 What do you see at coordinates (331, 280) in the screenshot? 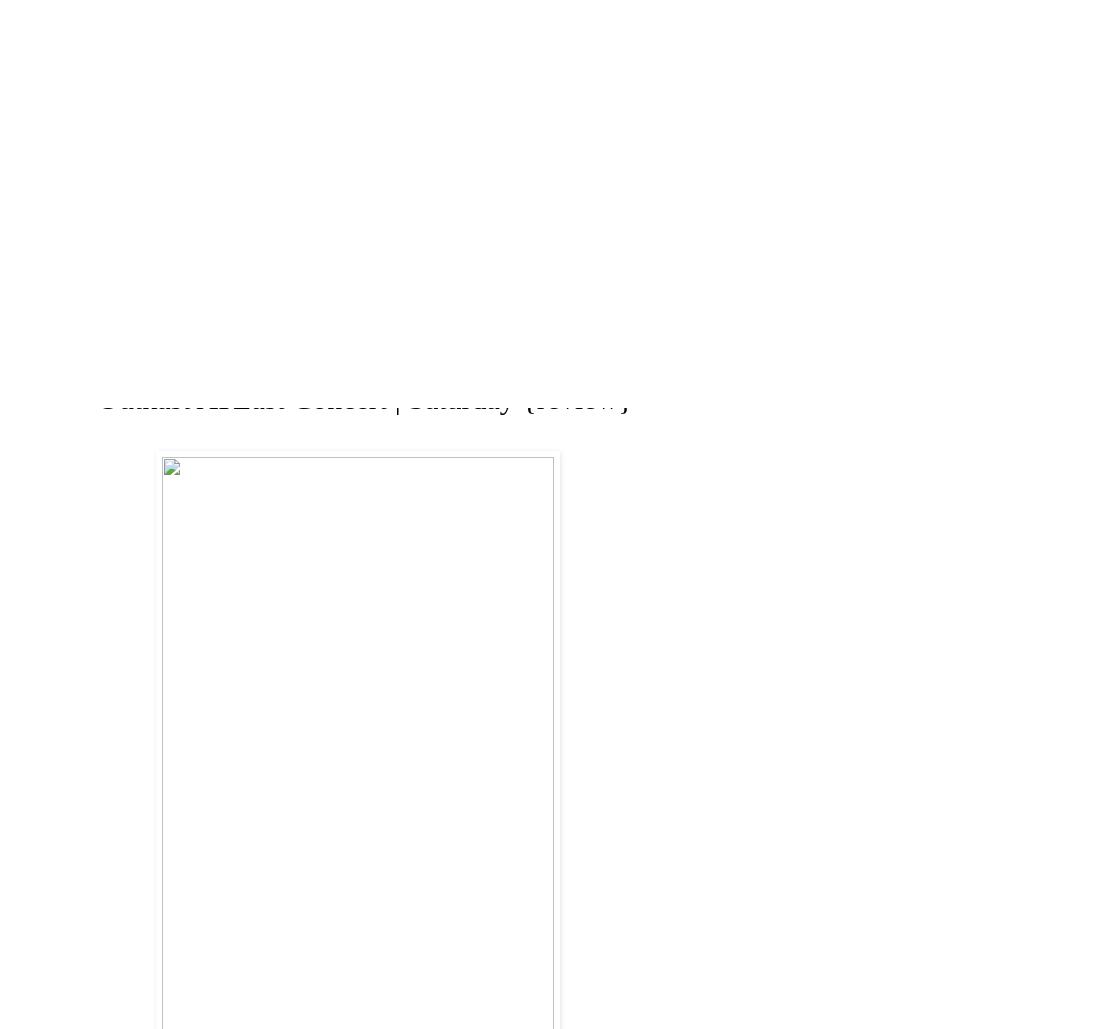
I see `'ABOUT'` at bounding box center [331, 280].